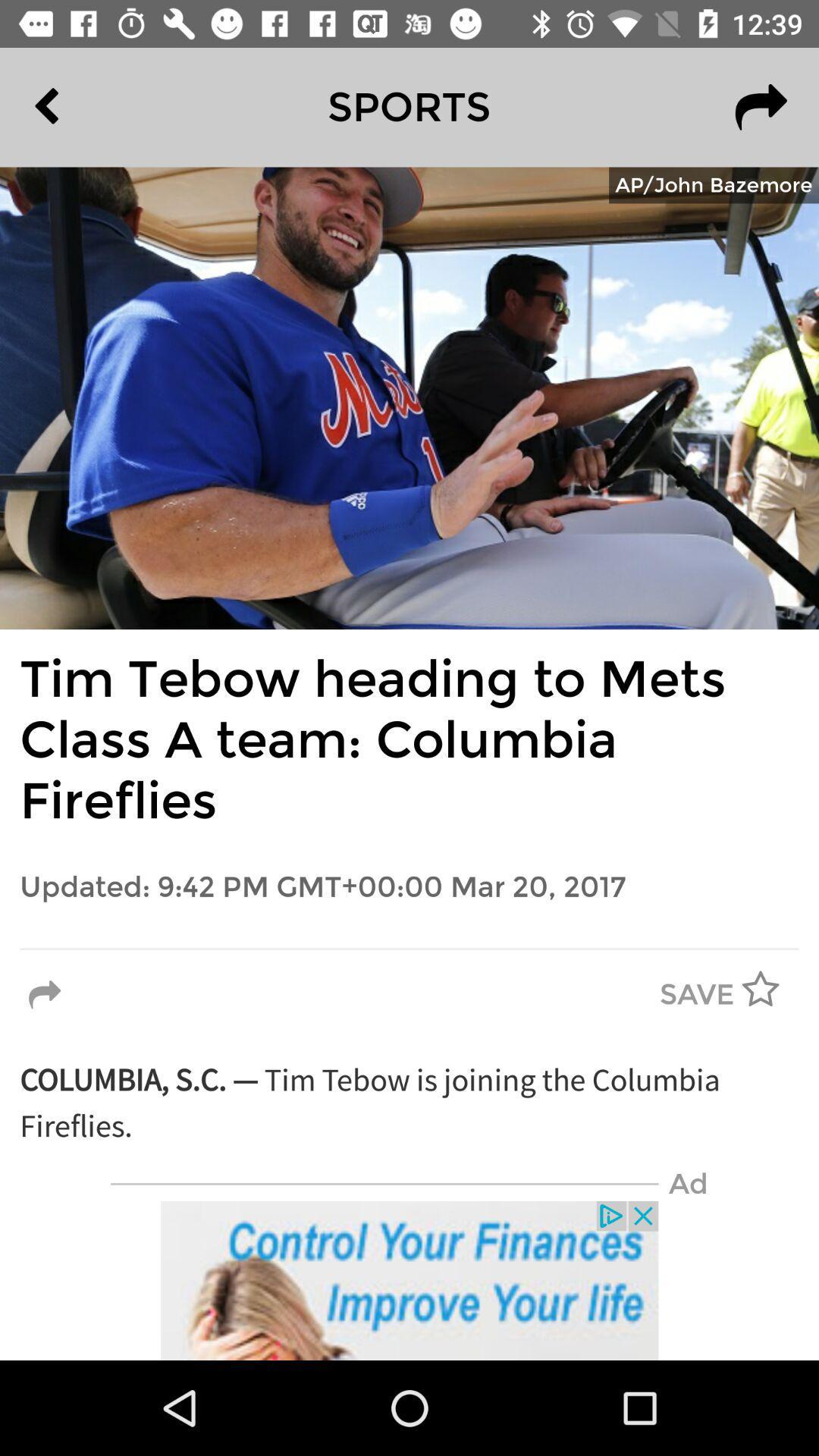 The image size is (819, 1456). What do you see at coordinates (761, 106) in the screenshot?
I see `the redo icon` at bounding box center [761, 106].